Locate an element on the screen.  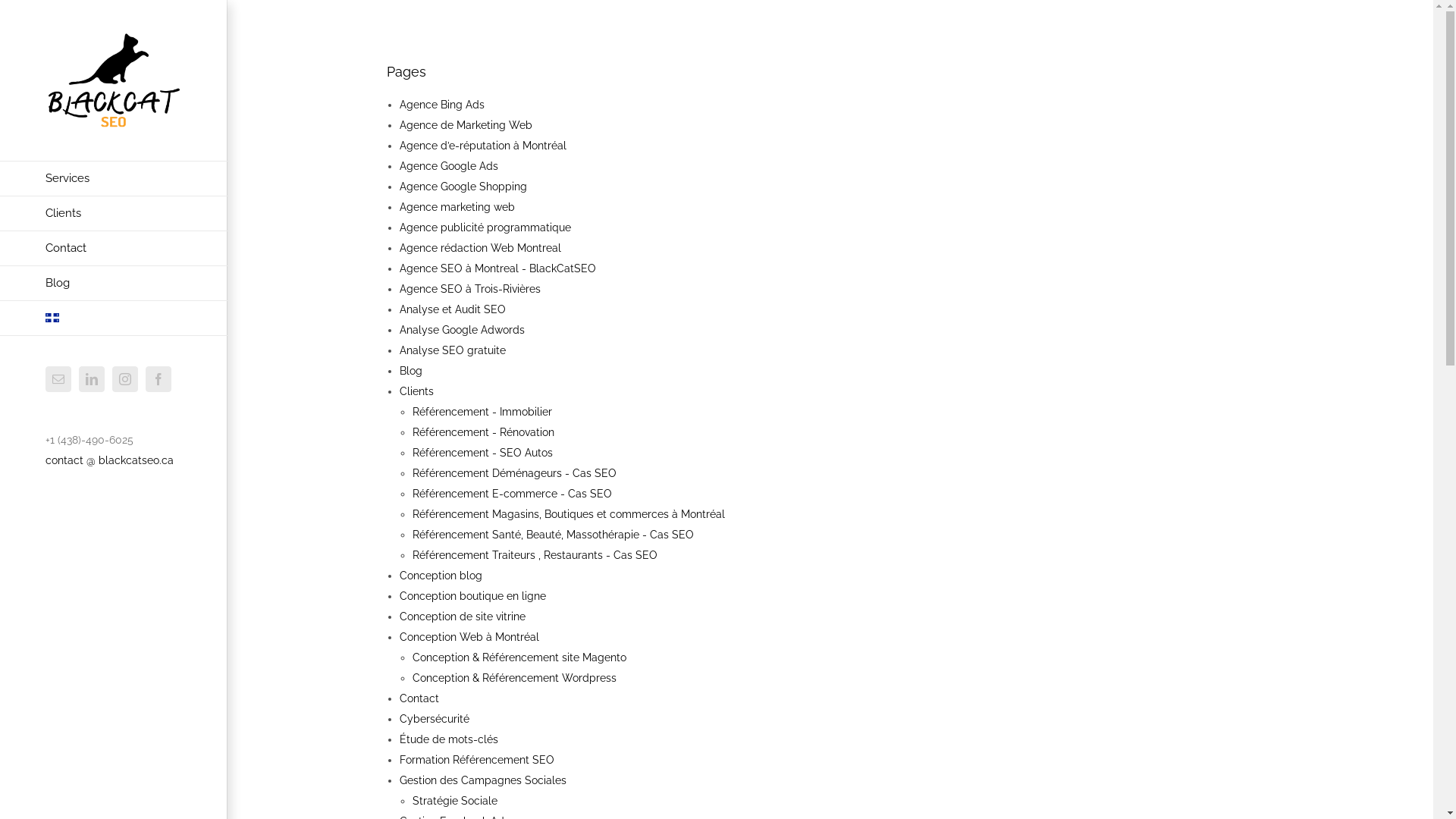
'LinkedIn' is located at coordinates (90, 378).